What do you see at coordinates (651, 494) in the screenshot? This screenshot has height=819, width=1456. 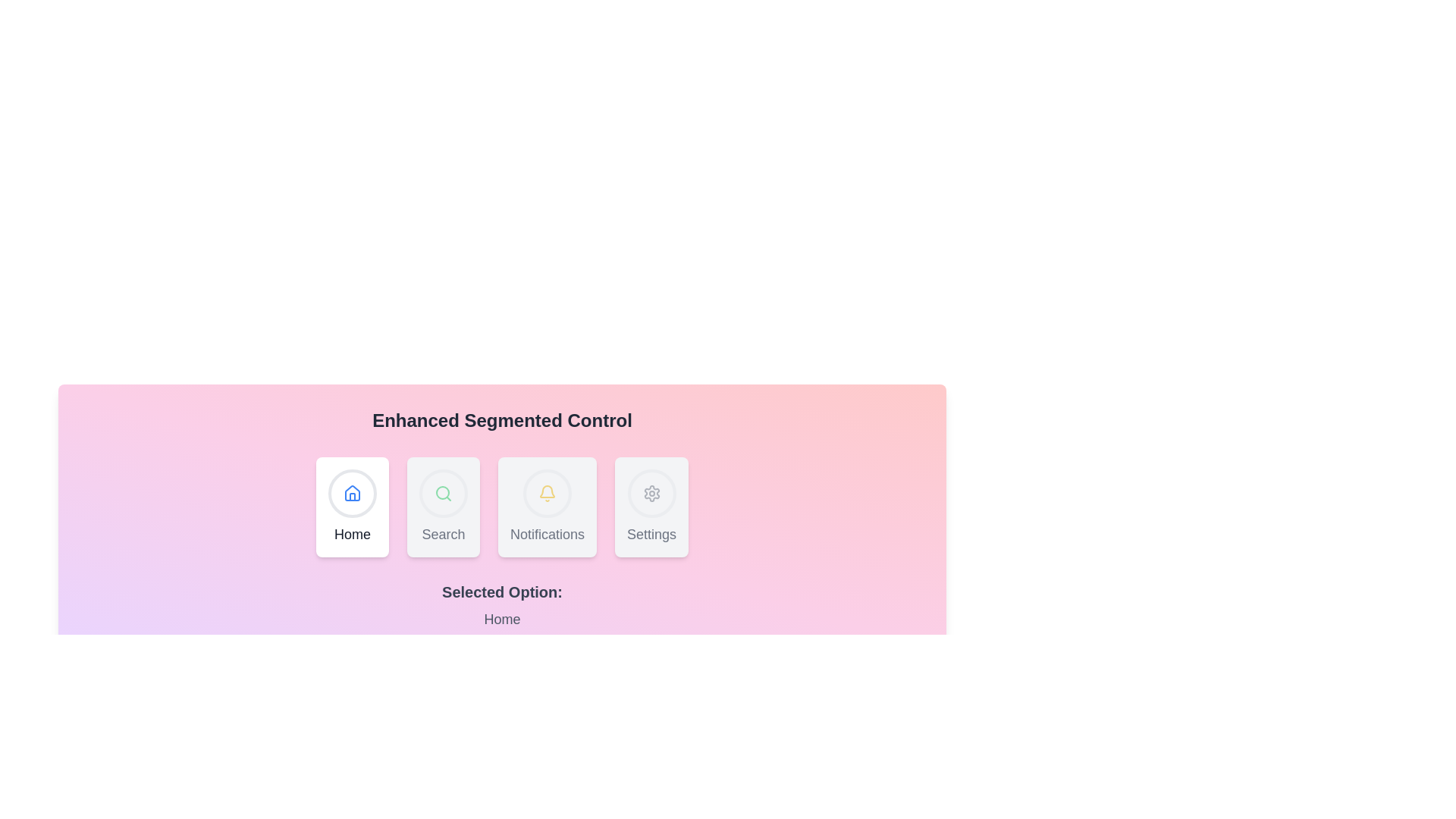 I see `the gear-shaped icon, which is the main content of the last button labeled 'Settings' in the UI control group` at bounding box center [651, 494].